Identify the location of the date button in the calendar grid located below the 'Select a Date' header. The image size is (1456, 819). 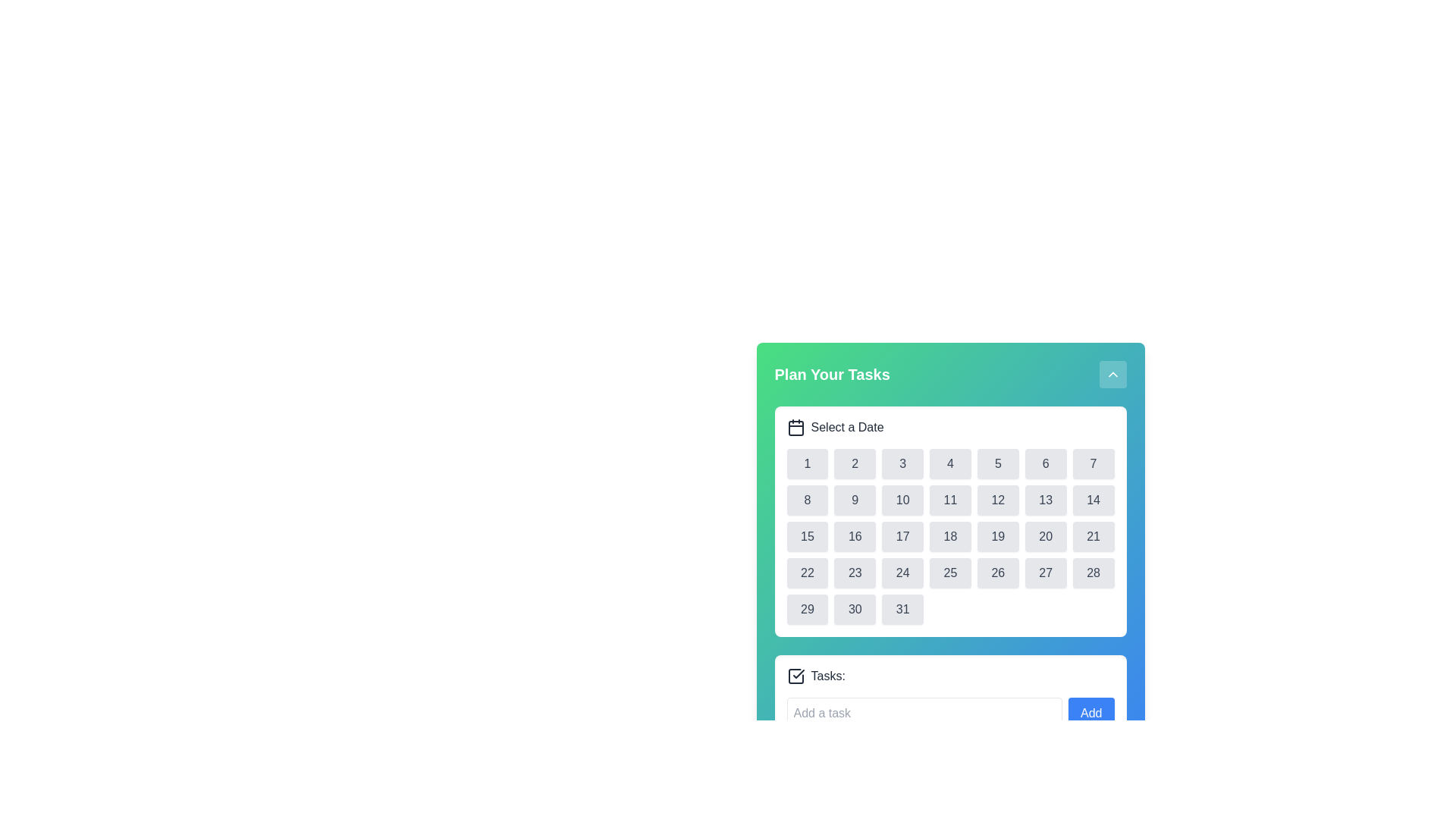
(949, 536).